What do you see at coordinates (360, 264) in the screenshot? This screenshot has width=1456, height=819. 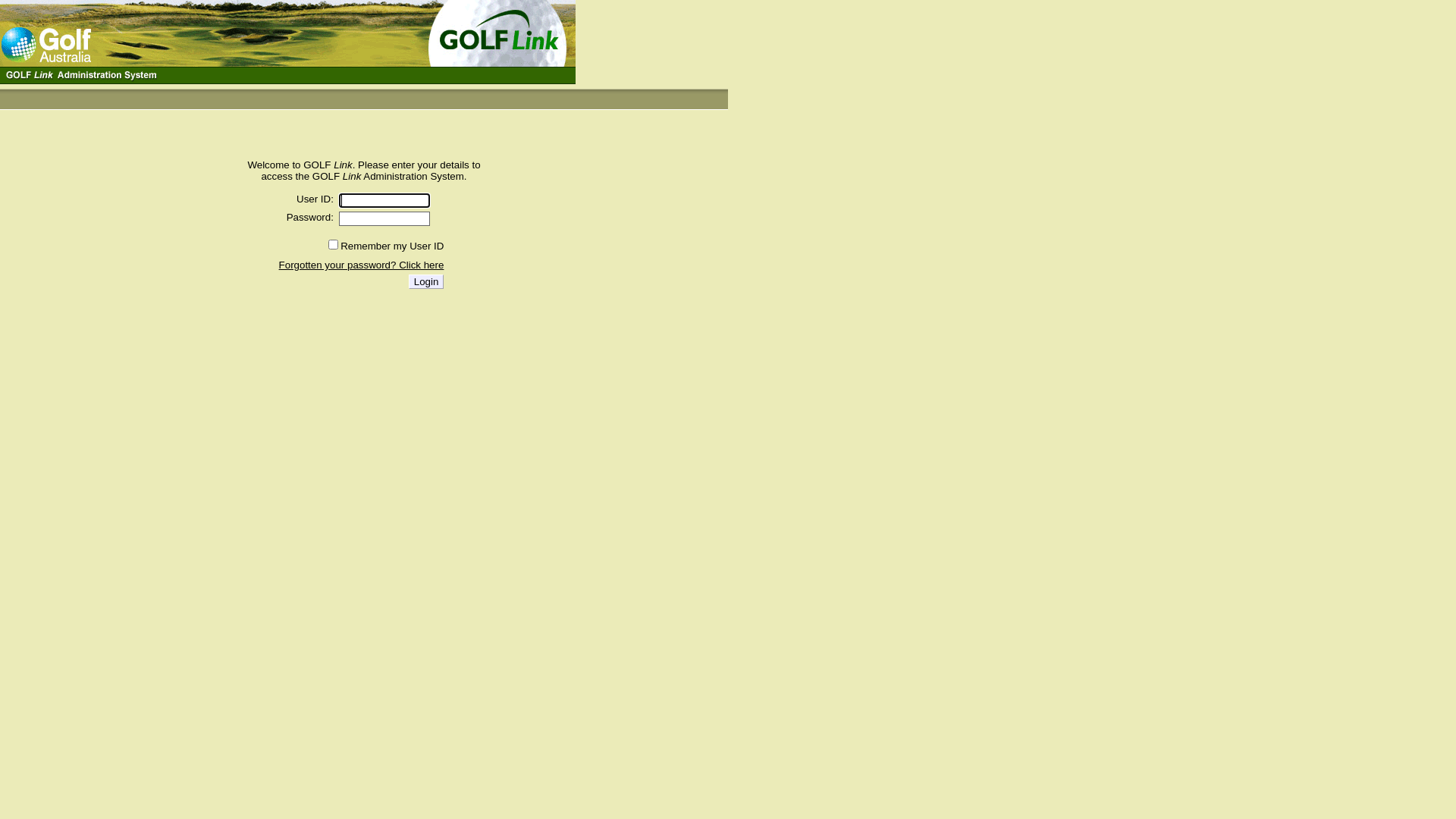 I see `'Forgotten your password? Click here'` at bounding box center [360, 264].